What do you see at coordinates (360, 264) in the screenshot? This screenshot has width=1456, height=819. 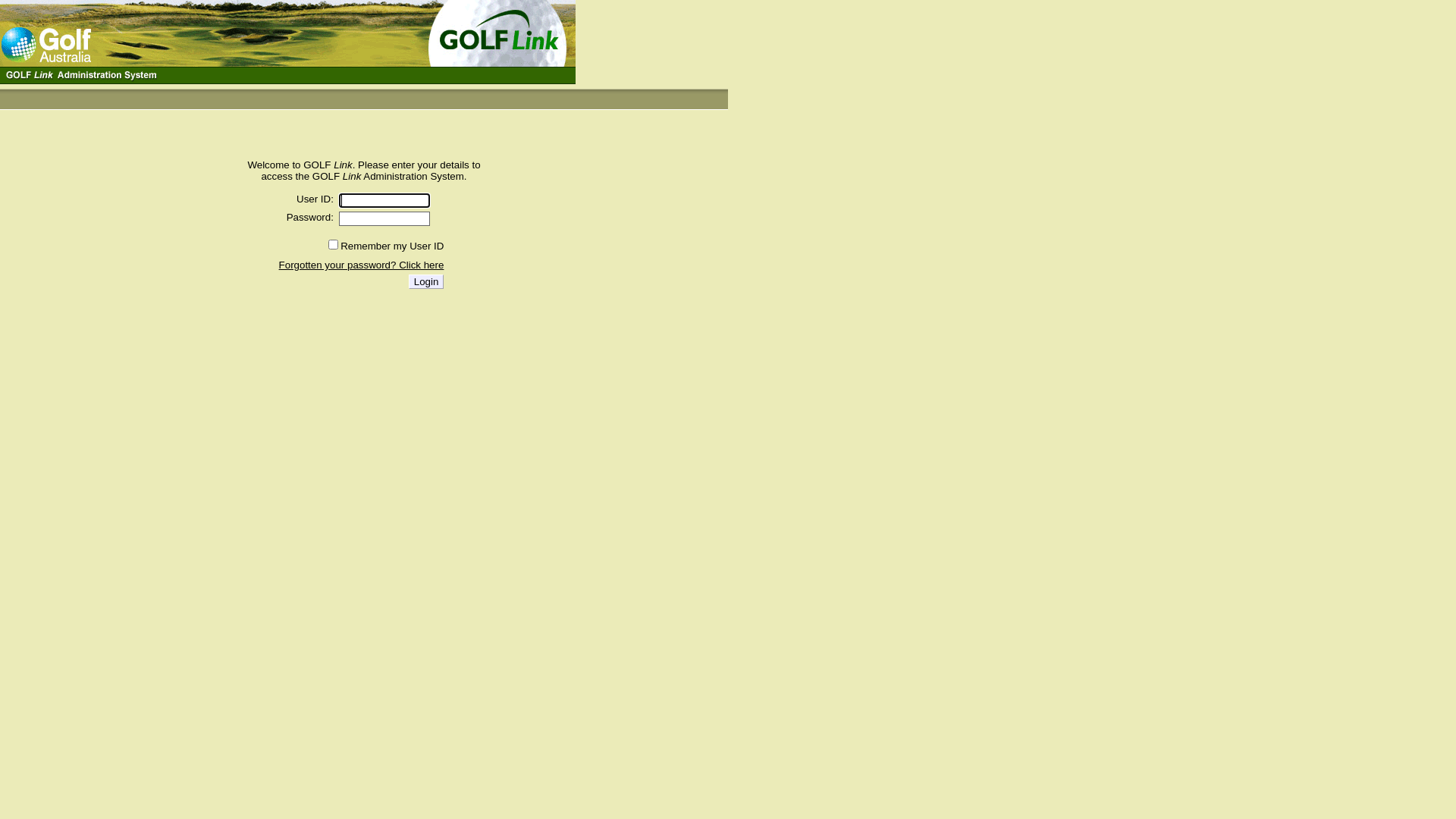 I see `'Forgotten your password? Click here'` at bounding box center [360, 264].